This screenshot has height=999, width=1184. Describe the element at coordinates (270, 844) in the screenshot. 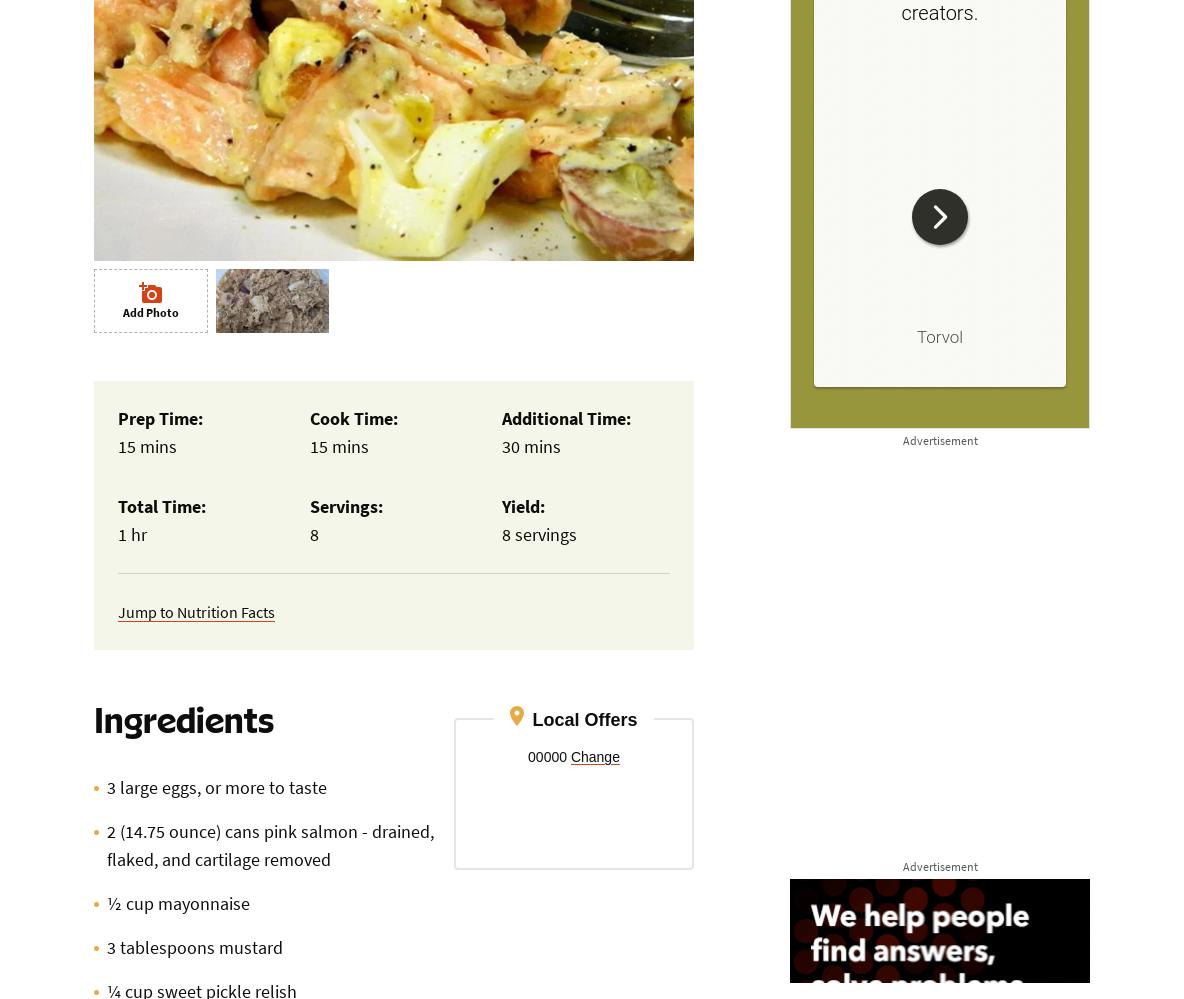

I see `'pink salmon - drained, flaked, and cartilage removed'` at that location.